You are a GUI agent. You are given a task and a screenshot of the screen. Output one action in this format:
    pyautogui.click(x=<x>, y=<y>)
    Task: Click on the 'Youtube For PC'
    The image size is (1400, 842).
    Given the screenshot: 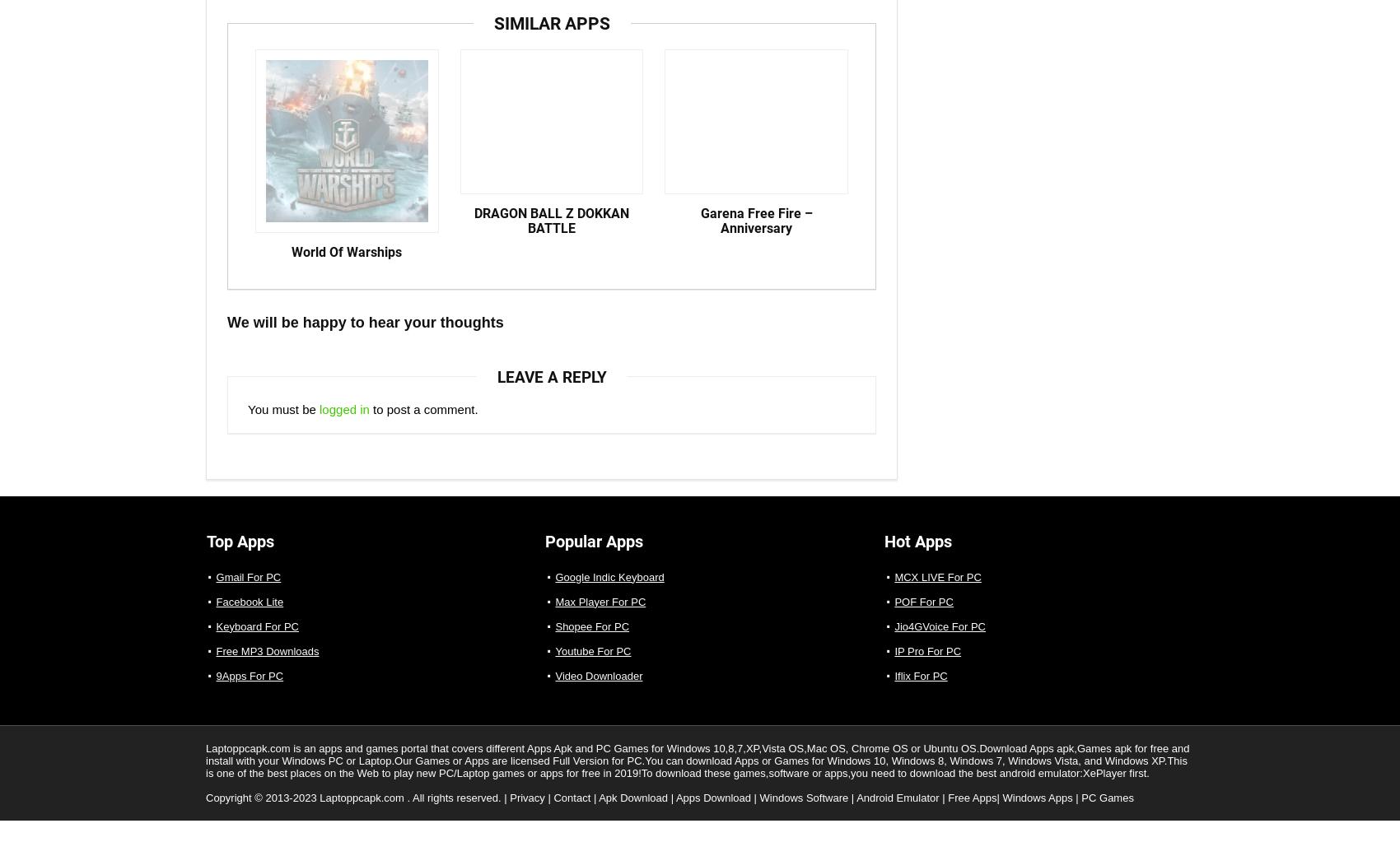 What is the action you would take?
    pyautogui.click(x=592, y=665)
    